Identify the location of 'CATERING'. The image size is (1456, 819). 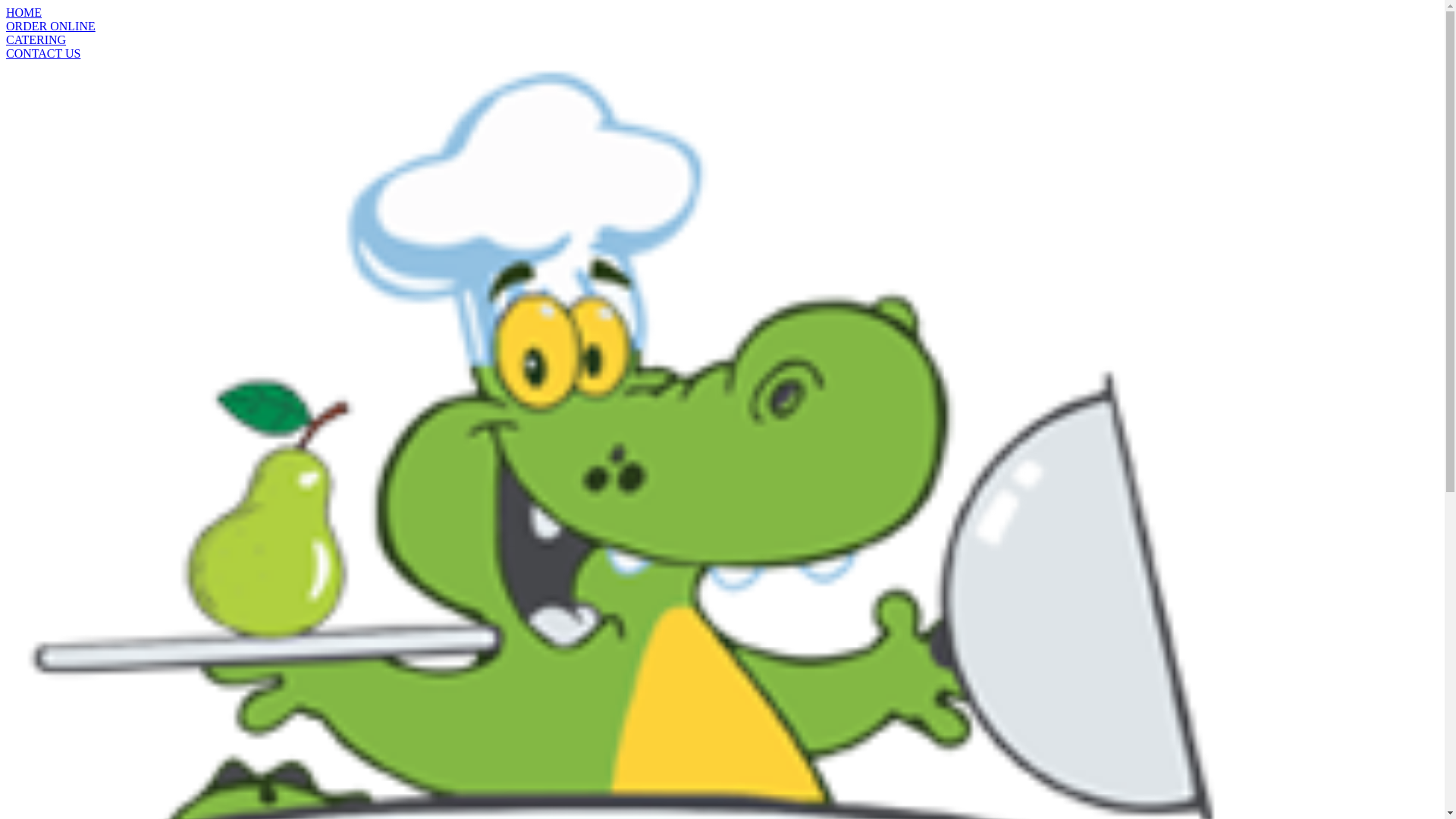
(6, 39).